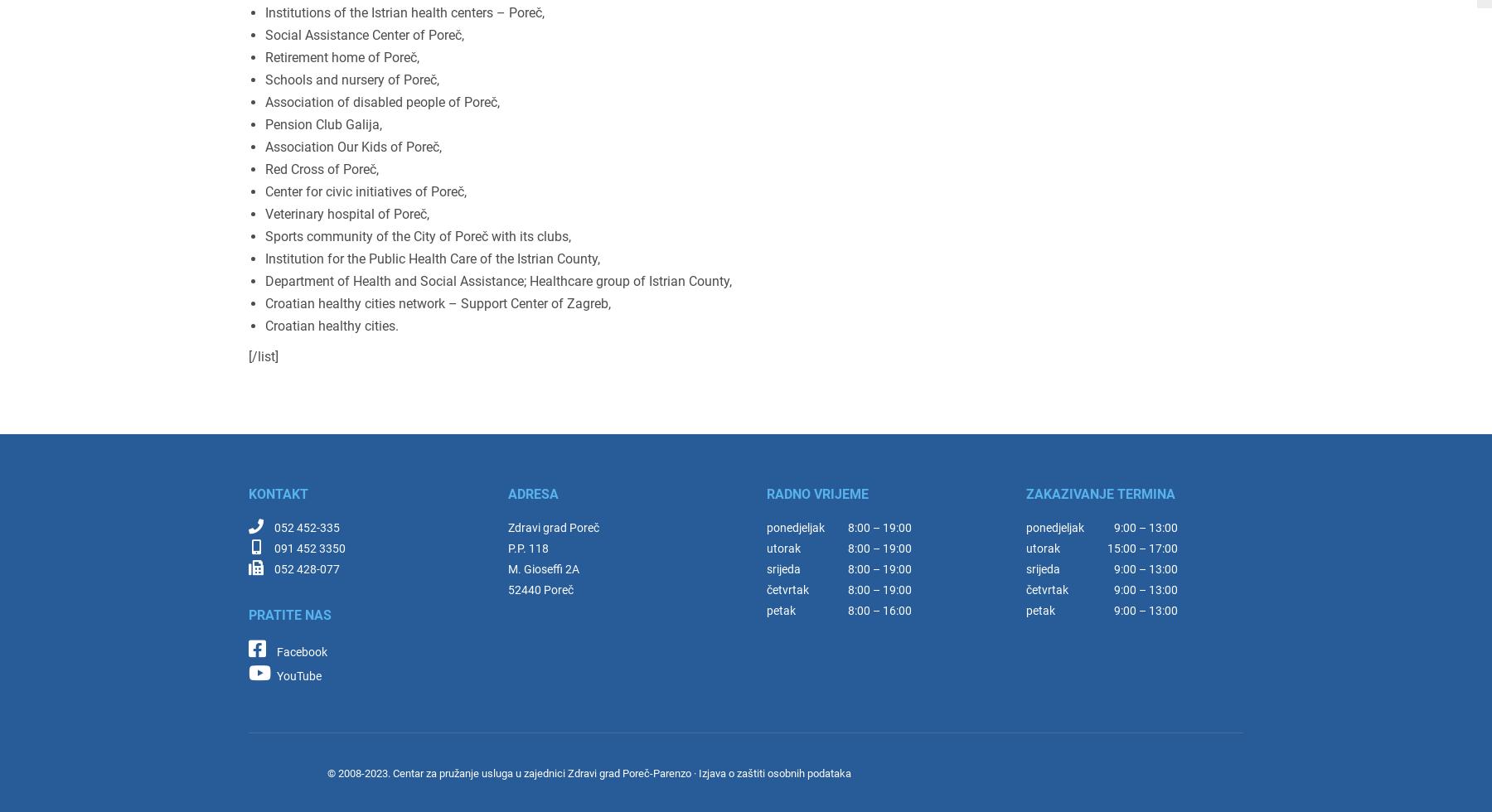 This screenshot has height=812, width=1492. Describe the element at coordinates (404, 12) in the screenshot. I see `'Institutions of the Istrian health centers – Poreč,'` at that location.